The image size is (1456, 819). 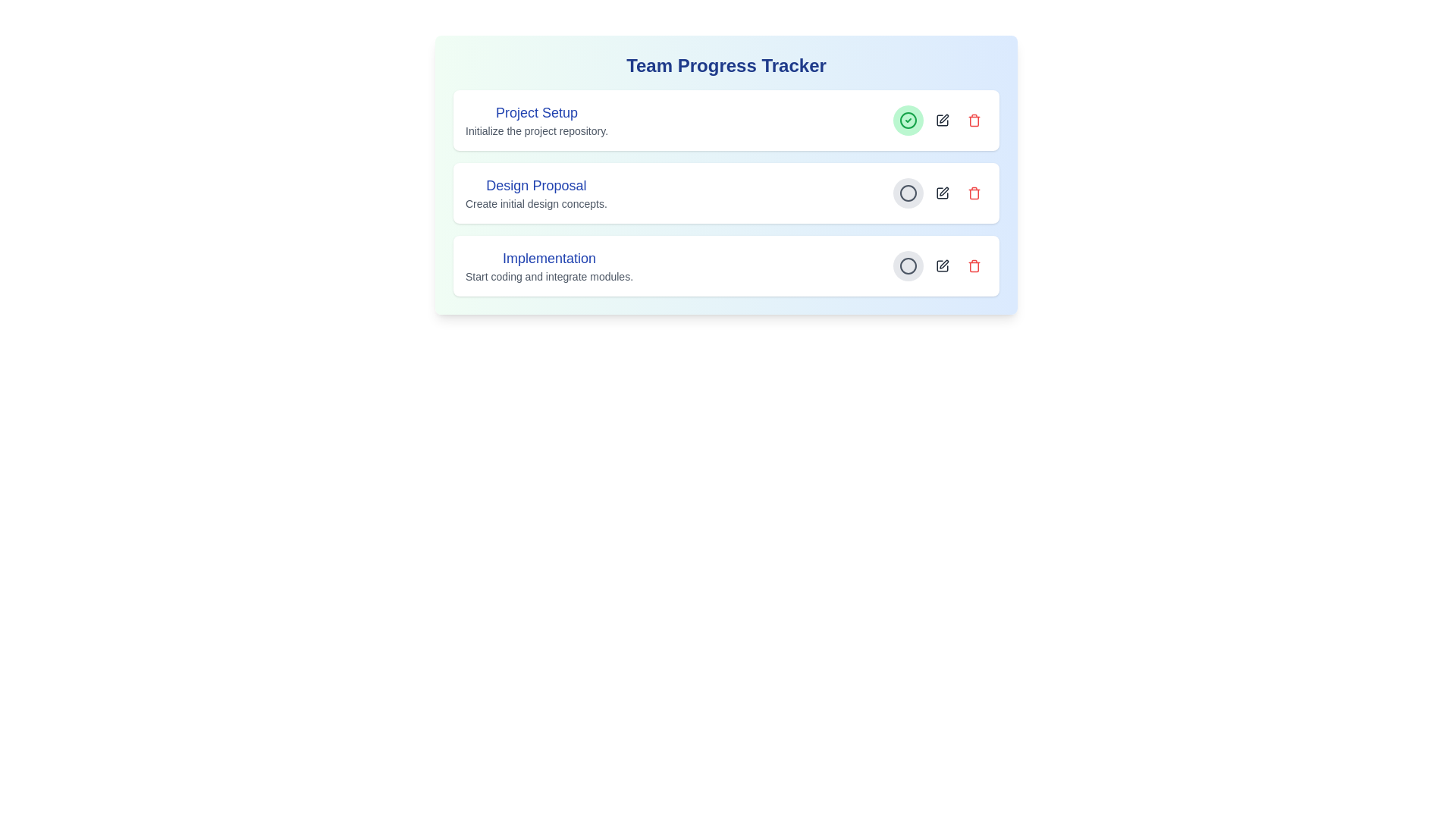 I want to click on the delete button for the task titled Implementation, so click(x=974, y=265).